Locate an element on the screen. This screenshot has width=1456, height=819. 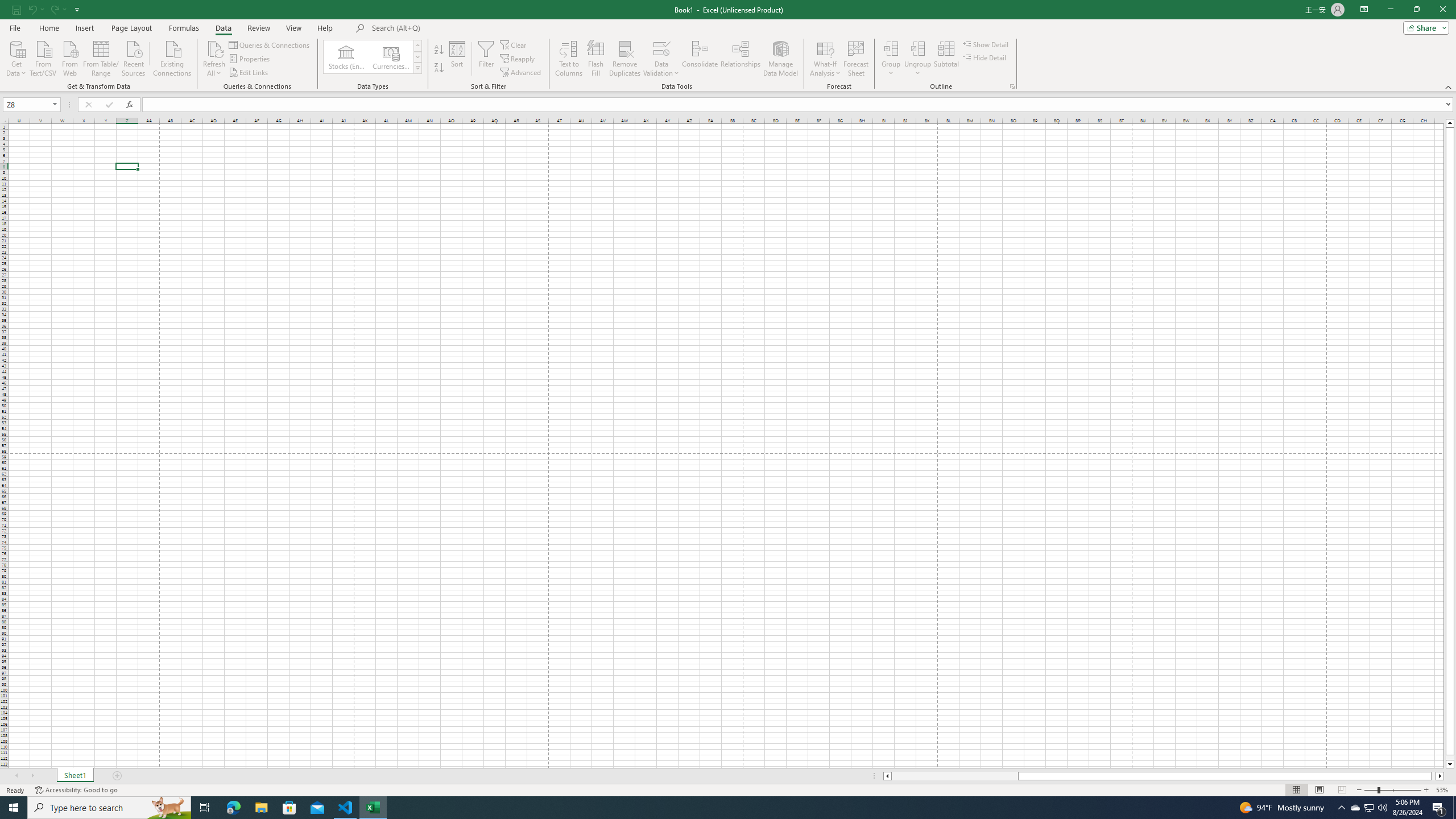
'Customize Quick Access Toolbar' is located at coordinates (77, 9).